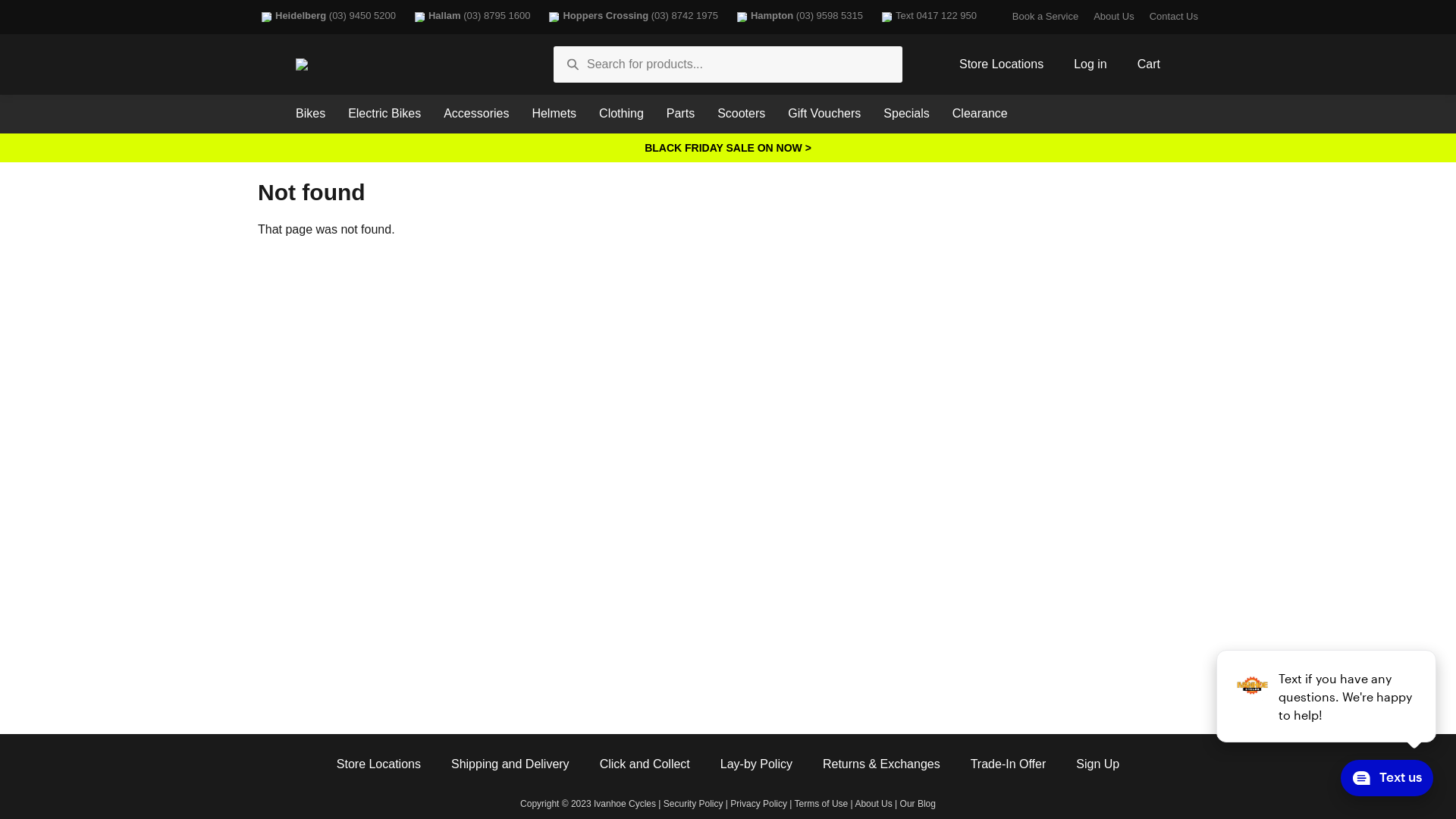 The height and width of the screenshot is (819, 1456). I want to click on 'Returns & Exchanges', so click(881, 764).